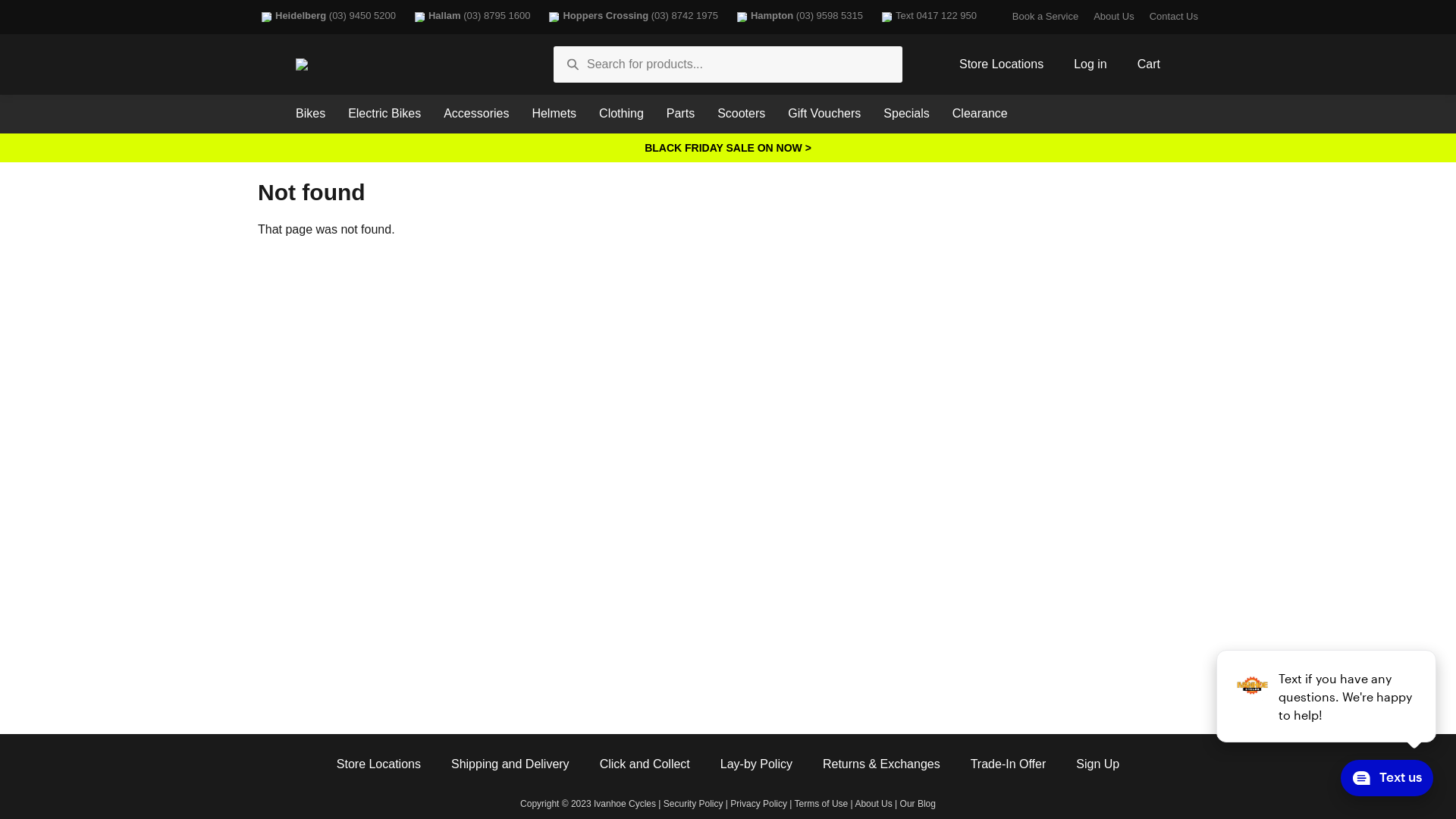 The height and width of the screenshot is (819, 1456). I want to click on 'Returns & Exchanges', so click(881, 764).